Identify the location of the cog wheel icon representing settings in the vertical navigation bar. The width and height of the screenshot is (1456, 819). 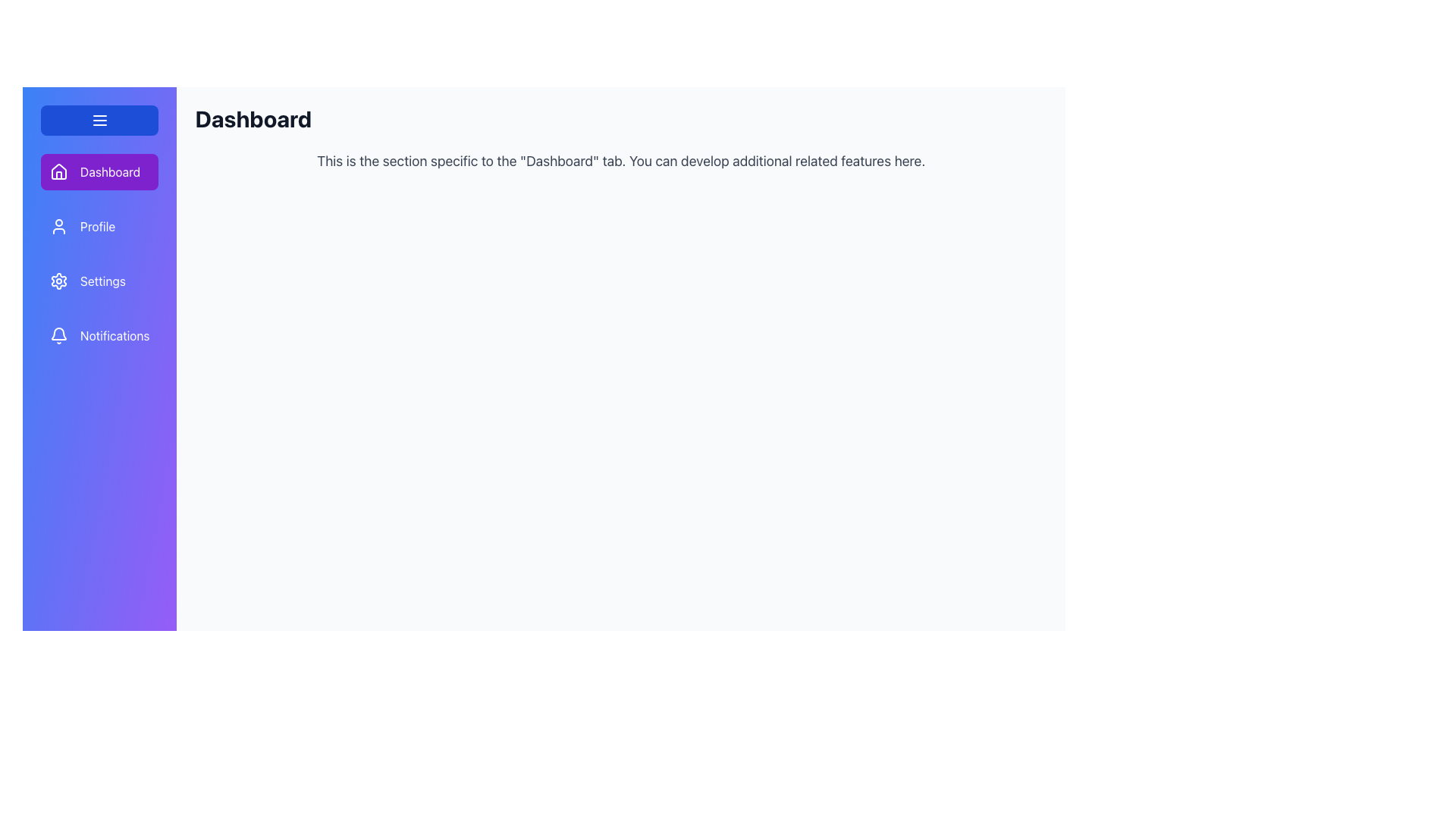
(58, 281).